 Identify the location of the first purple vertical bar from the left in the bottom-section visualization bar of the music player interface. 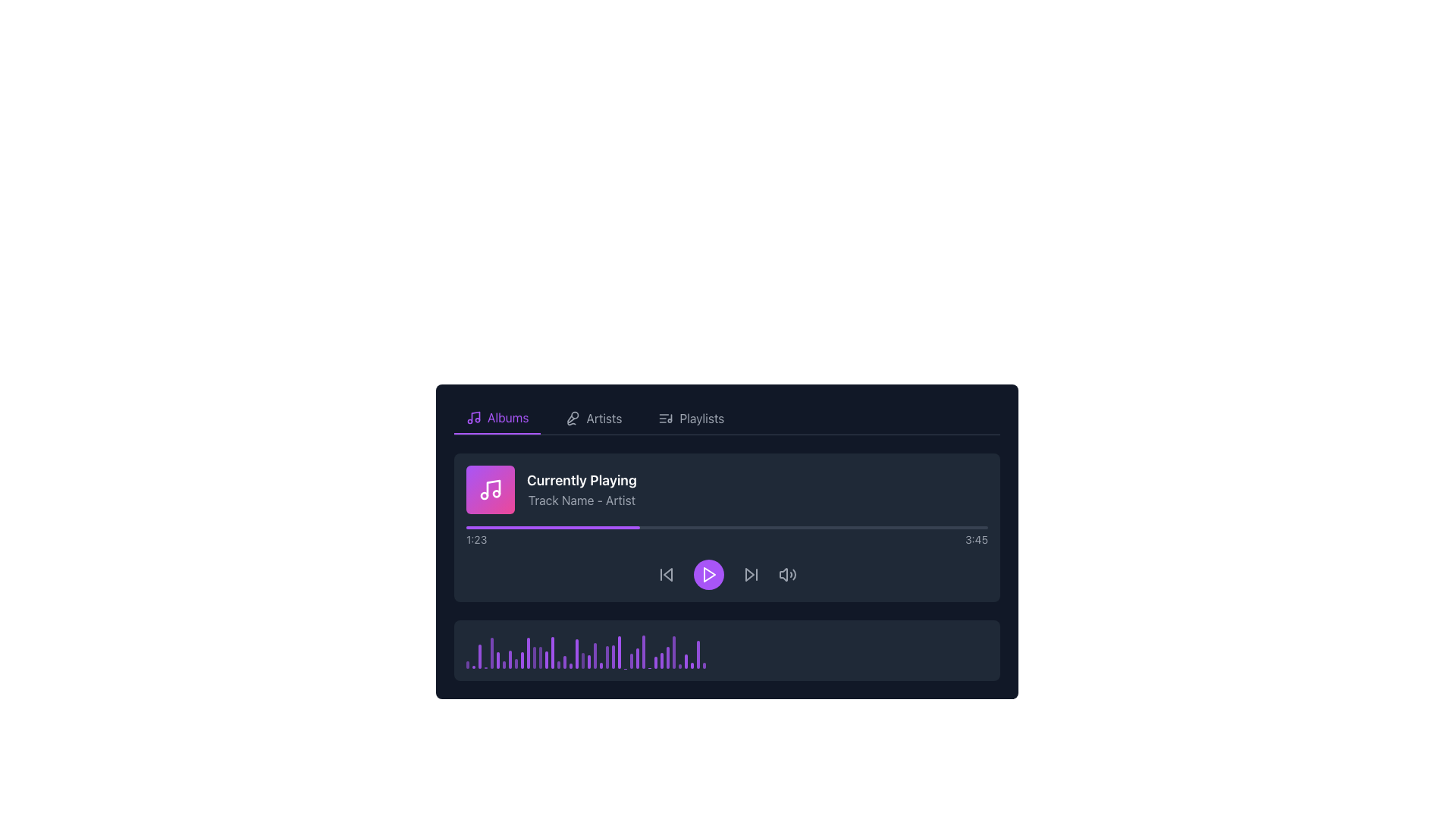
(467, 663).